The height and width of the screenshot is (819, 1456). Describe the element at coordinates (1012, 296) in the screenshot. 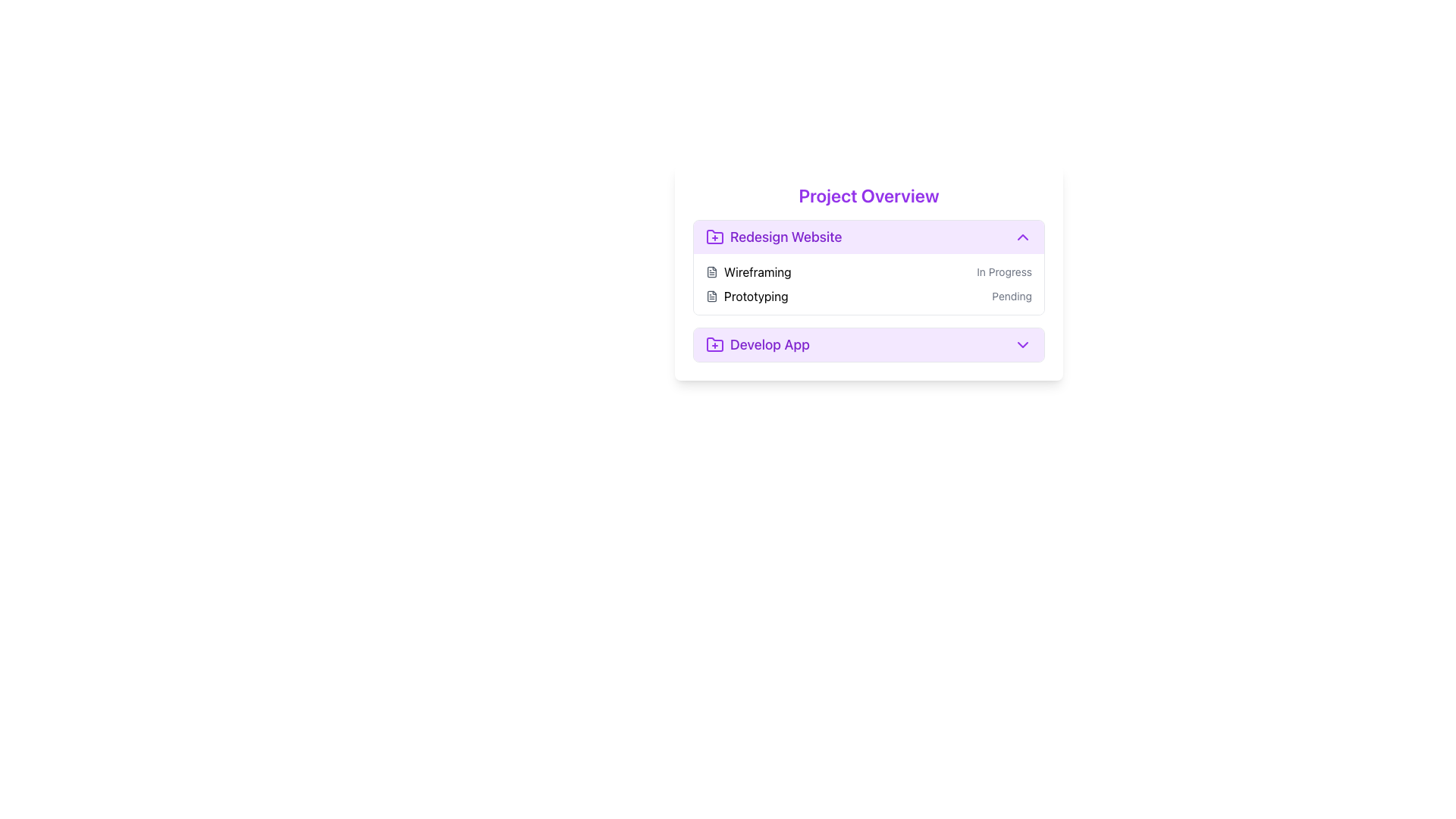

I see `the static text label displaying 'Pending' in gray color located in the second row of the 'Redesign Website' list in the 'Project Overview' section` at that location.